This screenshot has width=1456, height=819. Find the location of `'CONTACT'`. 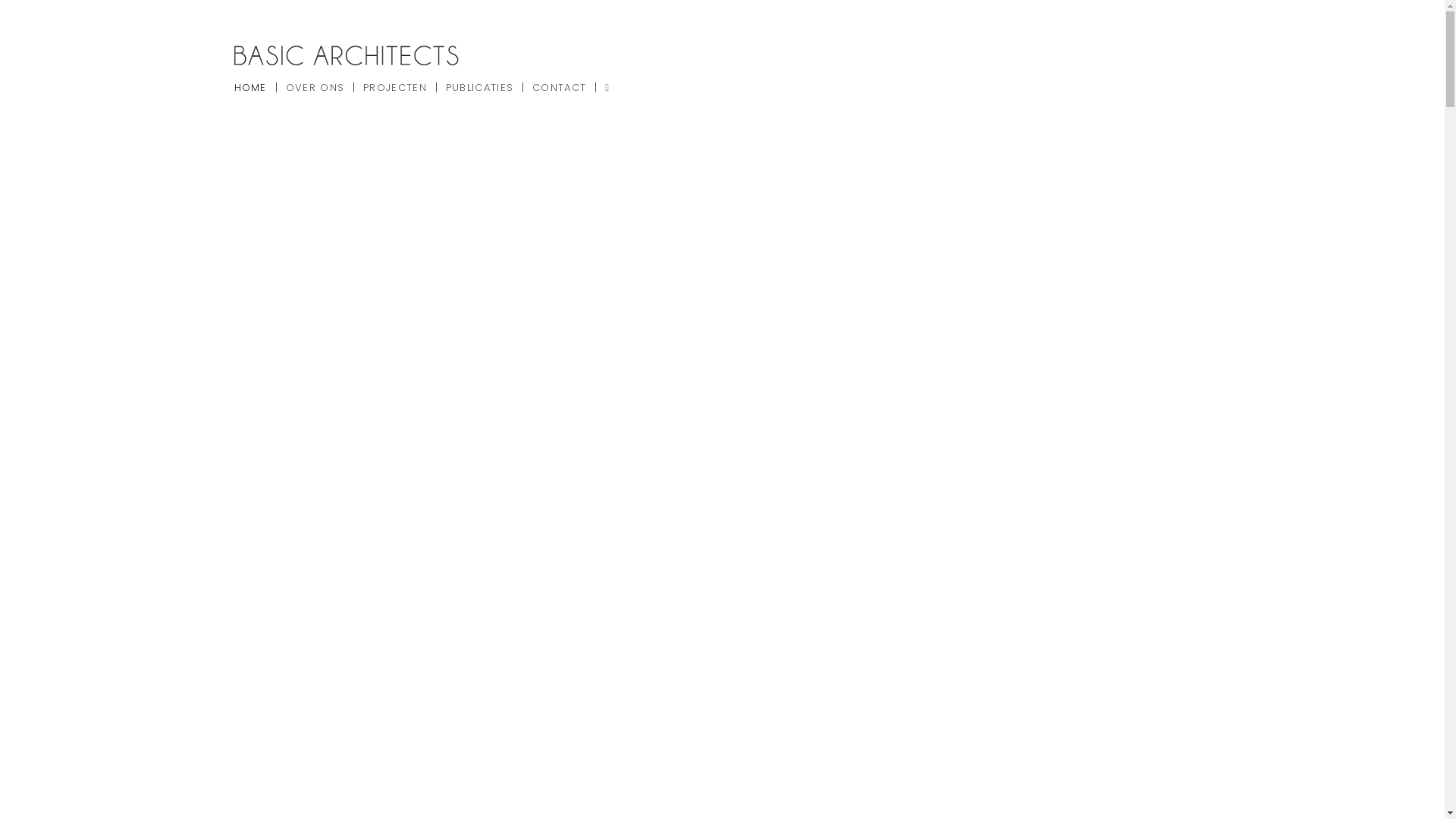

'CONTACT' is located at coordinates (523, 87).